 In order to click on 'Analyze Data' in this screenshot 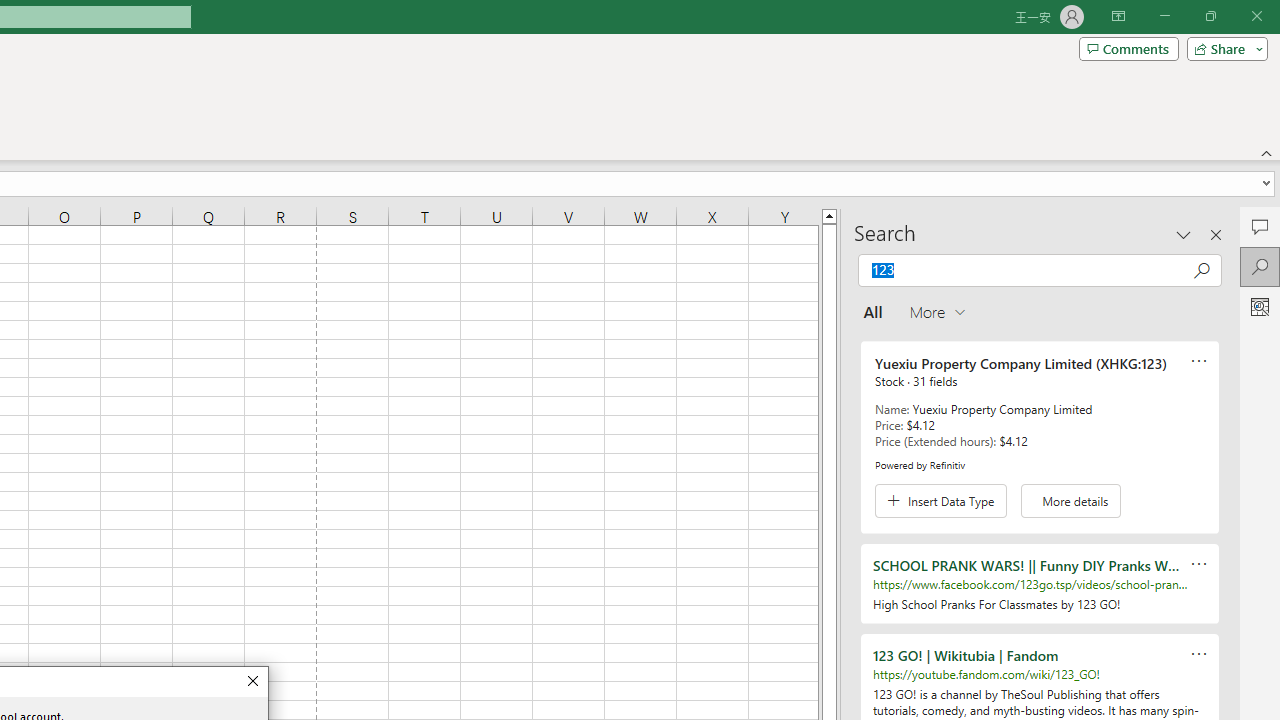, I will do `click(1259, 307)`.